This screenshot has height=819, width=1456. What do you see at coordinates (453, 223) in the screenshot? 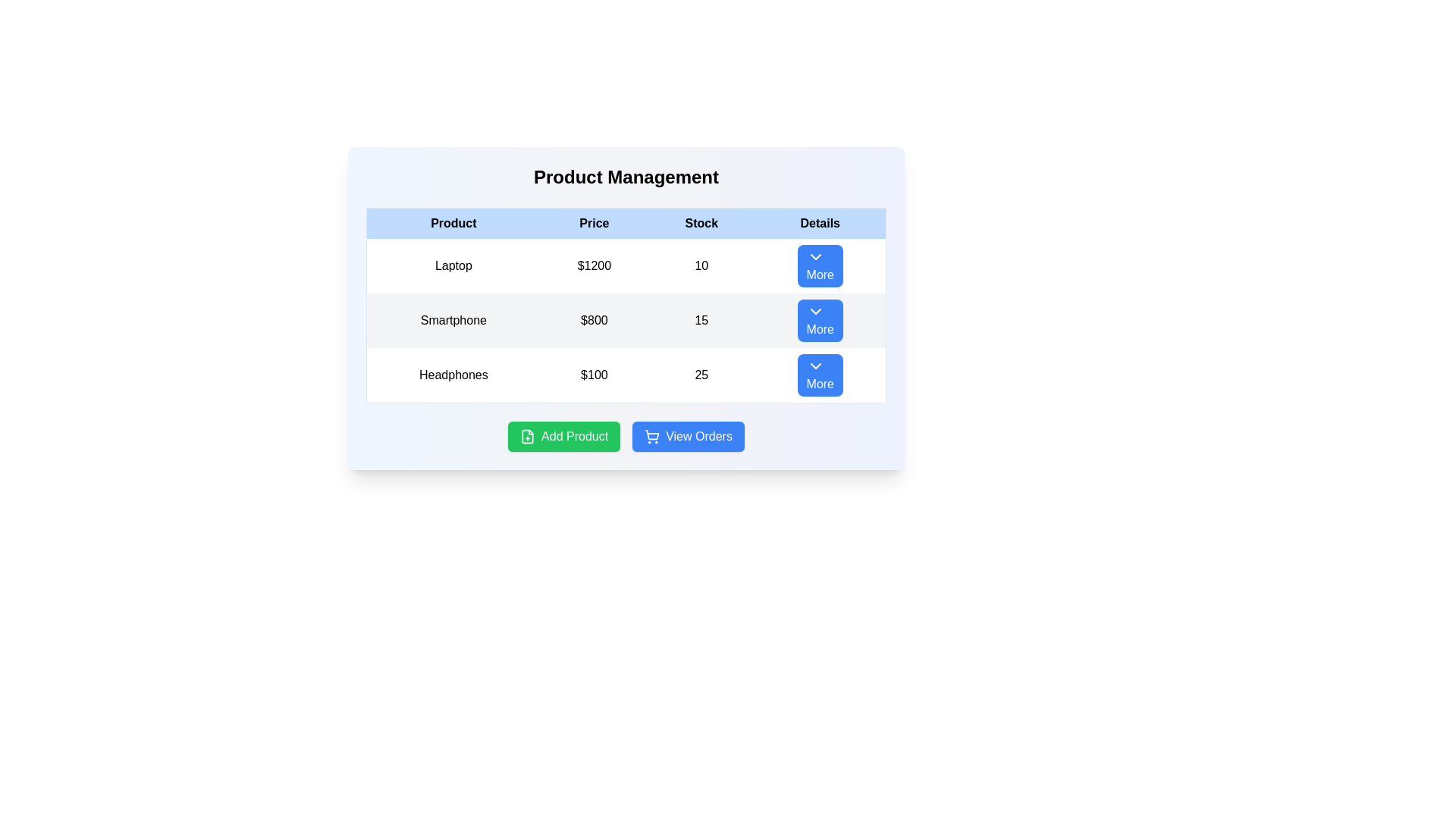
I see `the text label that says 'Product', which is styled with a light blue background and is the first element in the header row of the 'Product Management' section` at bounding box center [453, 223].